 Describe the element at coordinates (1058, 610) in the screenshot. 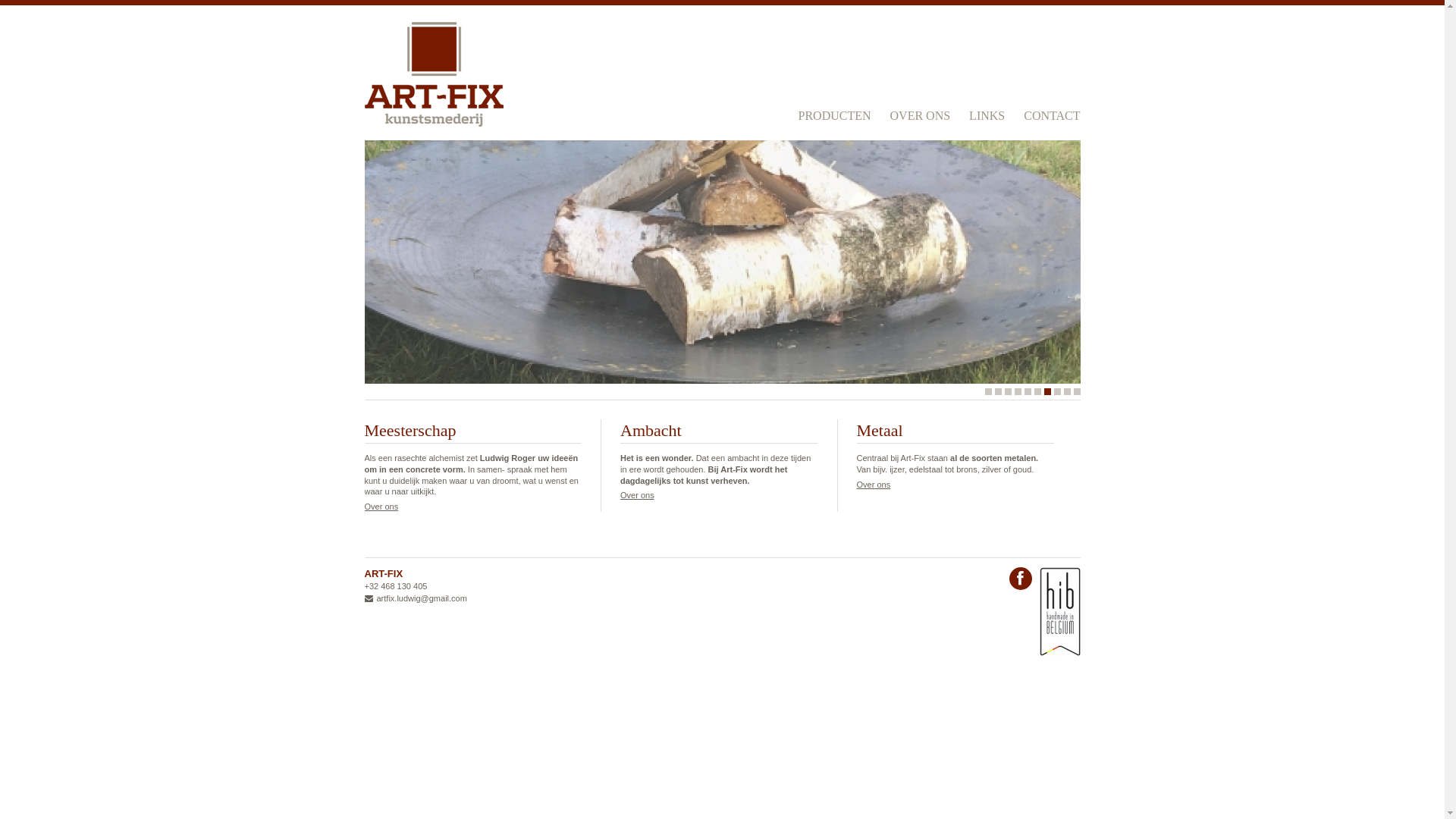

I see `'Handmade in Belgium'` at that location.